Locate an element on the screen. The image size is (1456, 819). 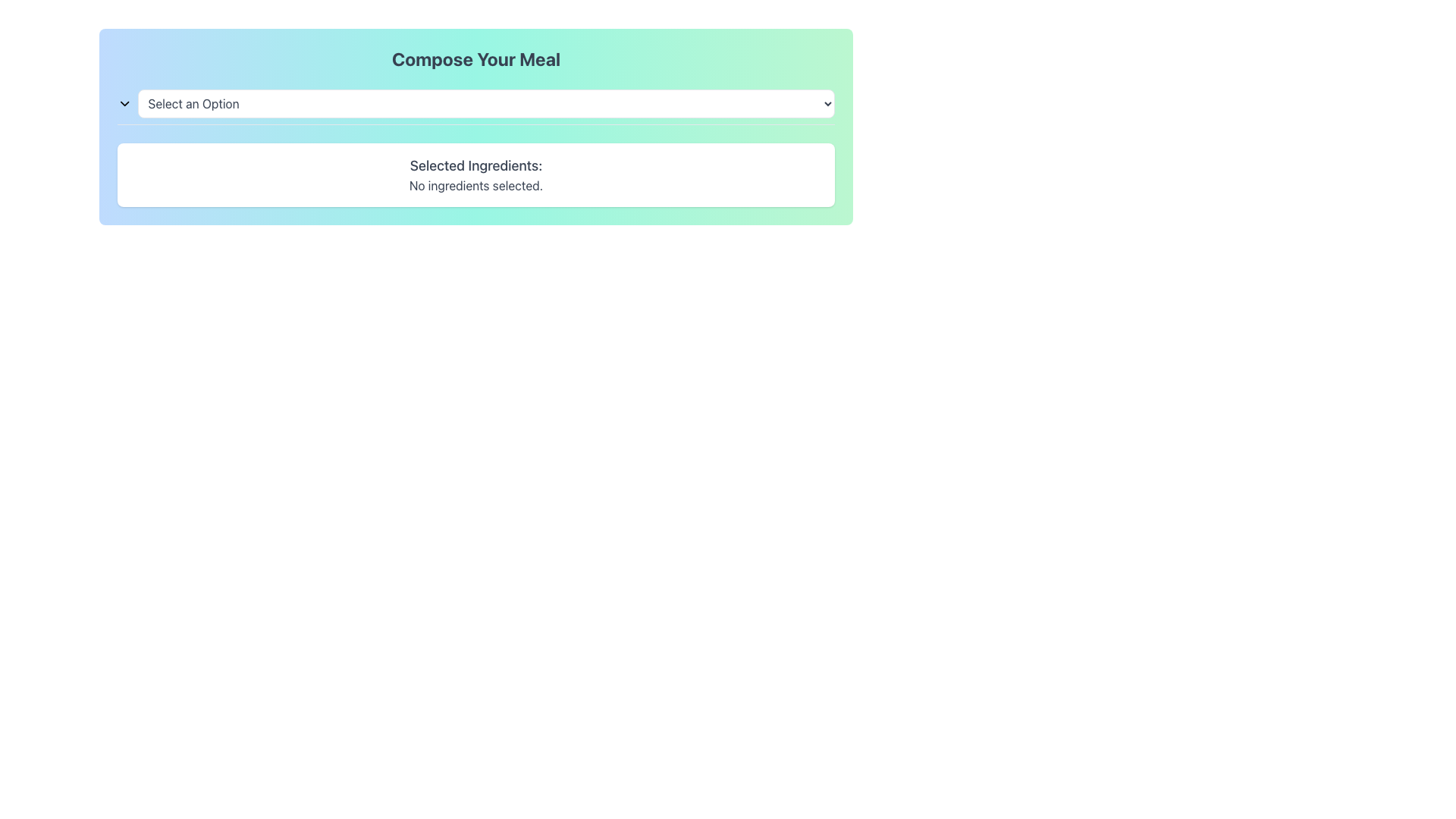
the dropdown menu labeled 'Select an Option' using keyboard navigation with tab and arrow keys is located at coordinates (475, 106).